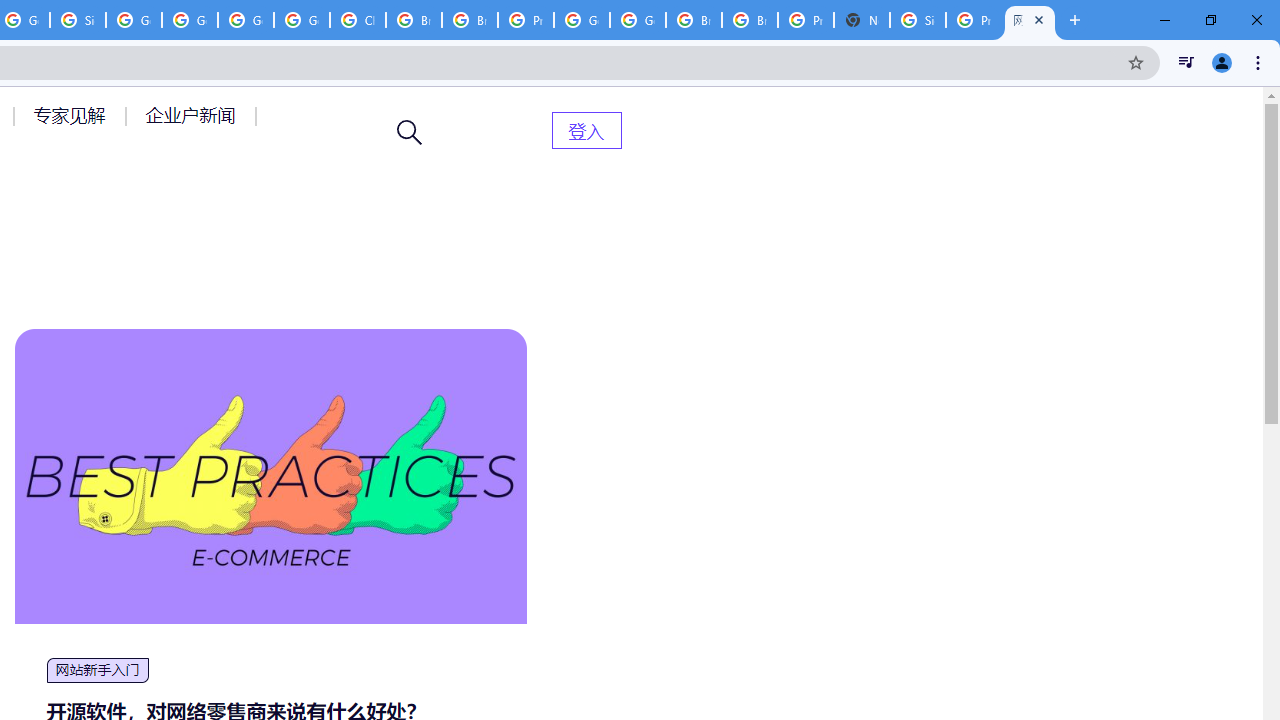 The width and height of the screenshot is (1280, 720). Describe the element at coordinates (581, 20) in the screenshot. I see `'Google Cloud Platform'` at that location.